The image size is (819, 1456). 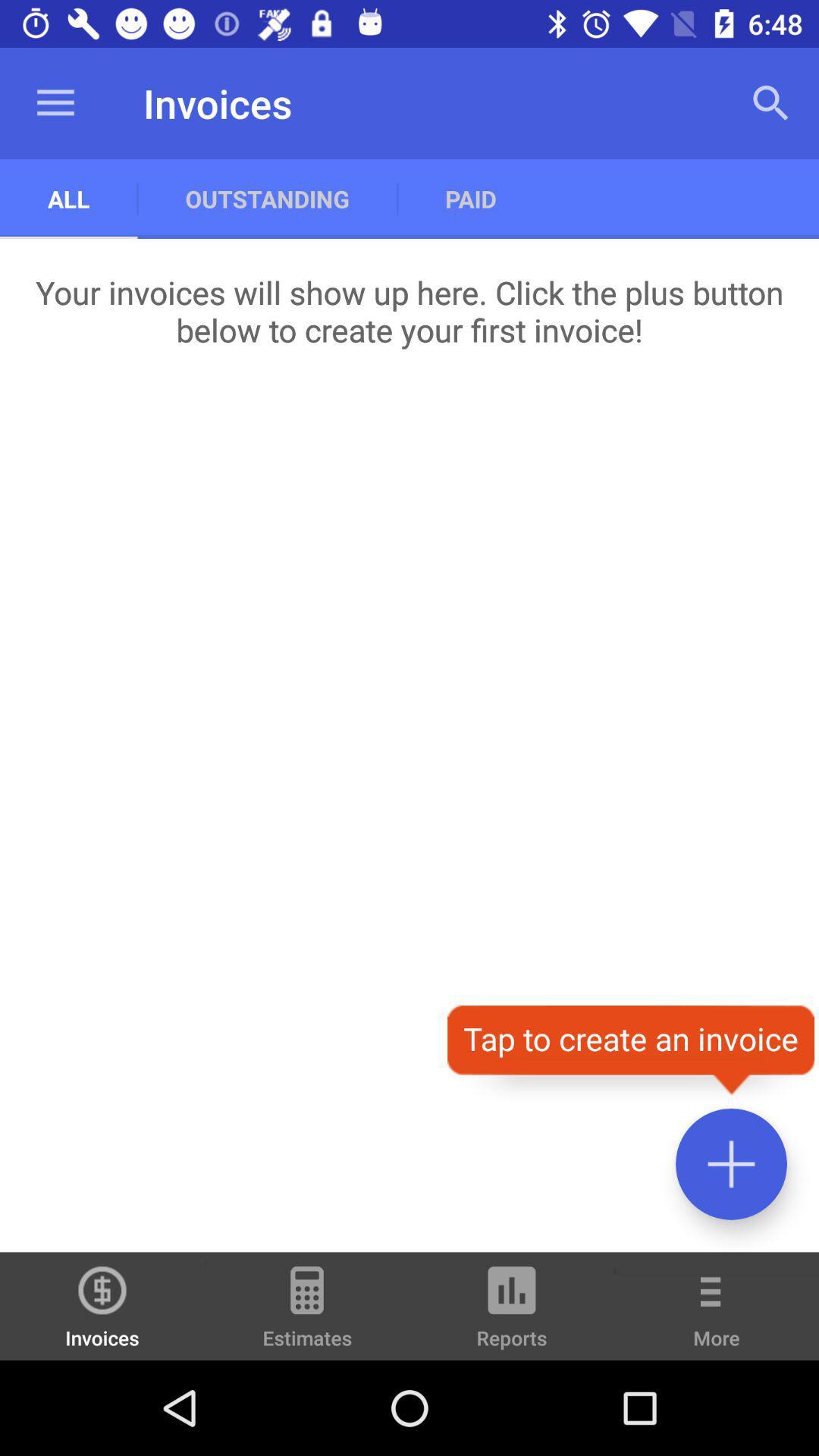 I want to click on the item next to the outstanding app, so click(x=68, y=198).